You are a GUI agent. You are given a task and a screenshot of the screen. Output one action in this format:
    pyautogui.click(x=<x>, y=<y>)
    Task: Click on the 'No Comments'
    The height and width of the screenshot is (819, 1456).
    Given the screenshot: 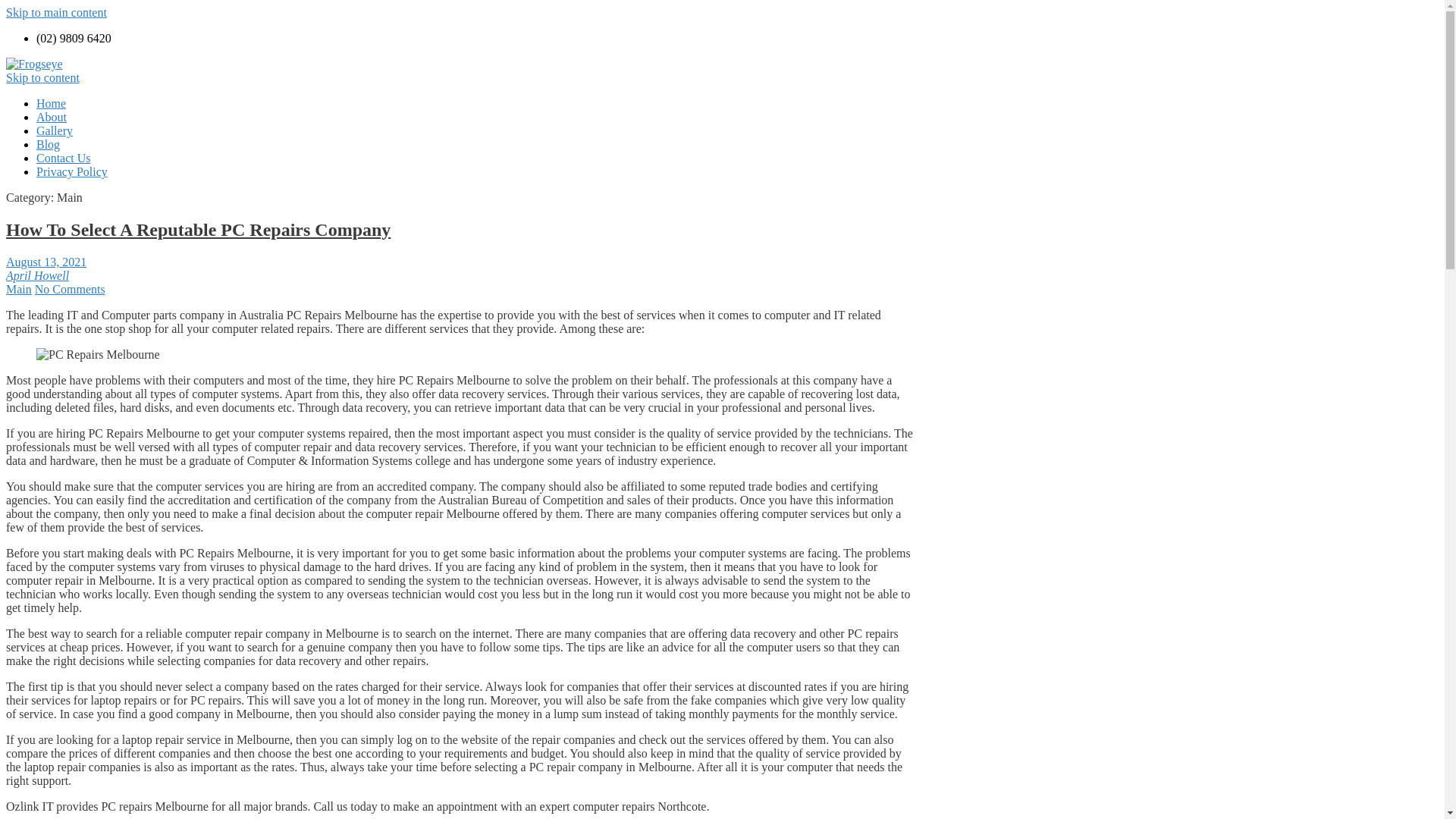 What is the action you would take?
    pyautogui.click(x=69, y=289)
    